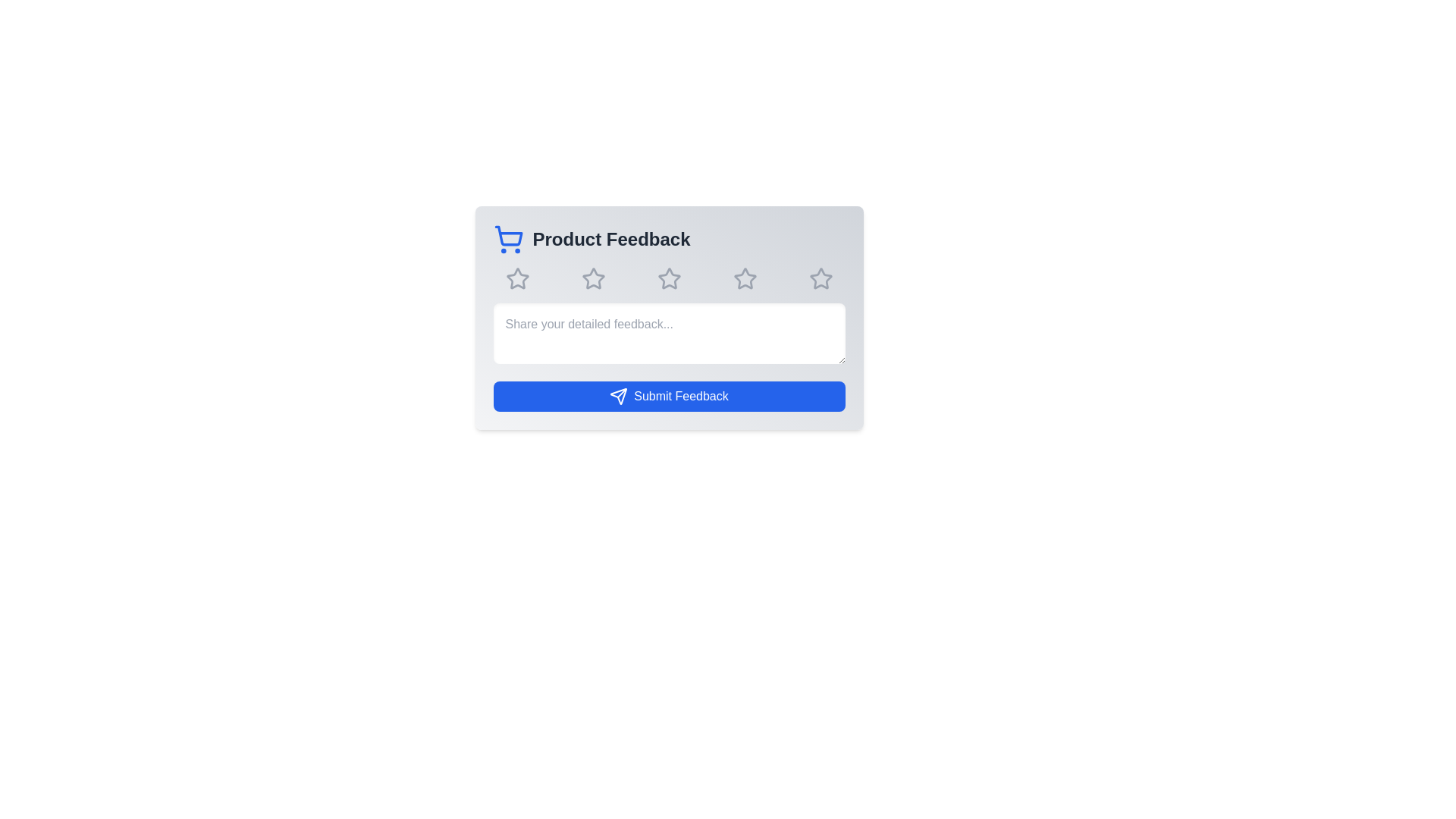 This screenshot has height=819, width=1456. What do you see at coordinates (508, 239) in the screenshot?
I see `the shopping or purchasing-related Icon located on the left side within the product feedback section, adjacent to the text 'Product Feedback'` at bounding box center [508, 239].